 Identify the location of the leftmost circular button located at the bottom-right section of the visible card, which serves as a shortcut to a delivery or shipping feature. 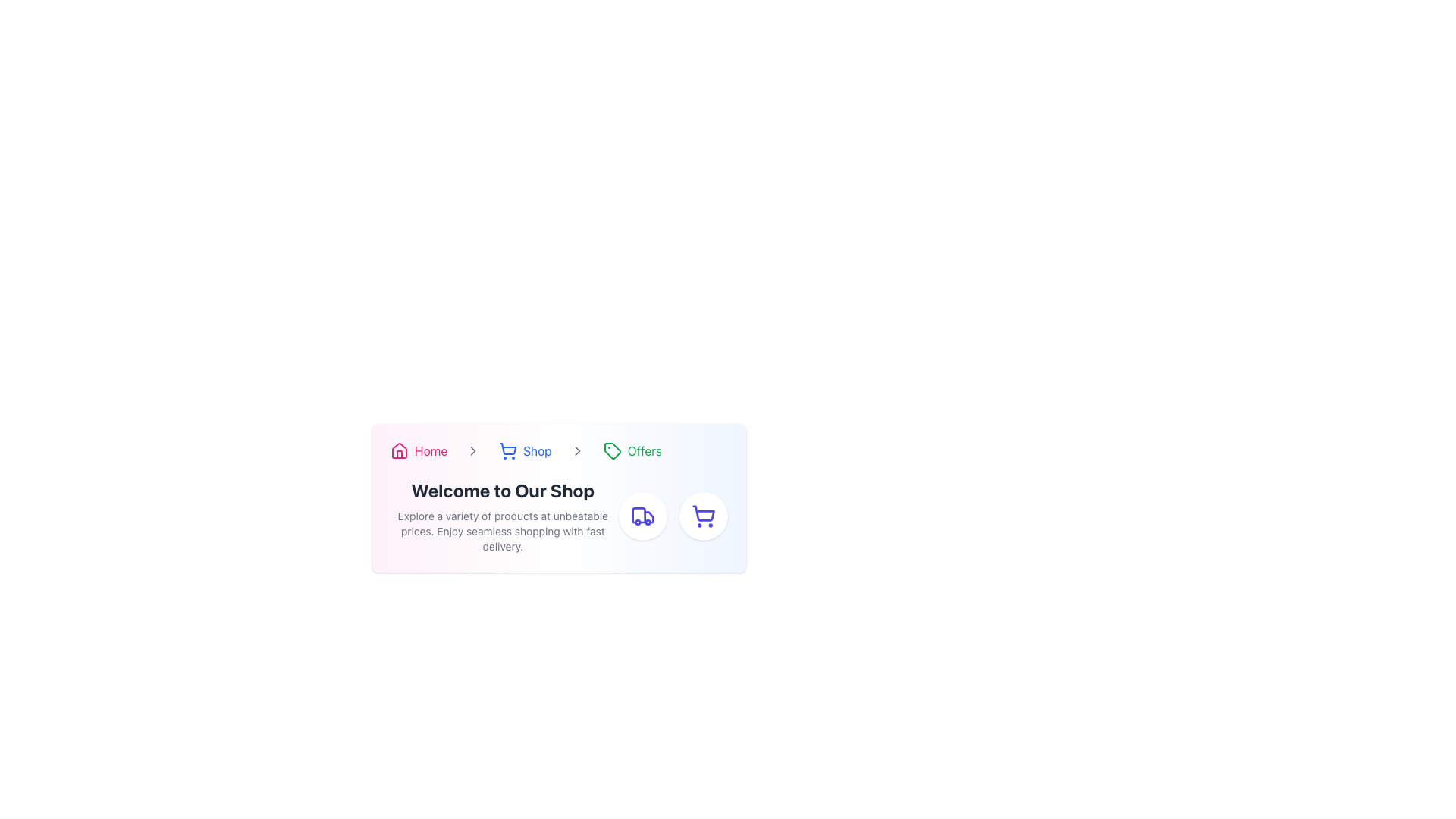
(643, 516).